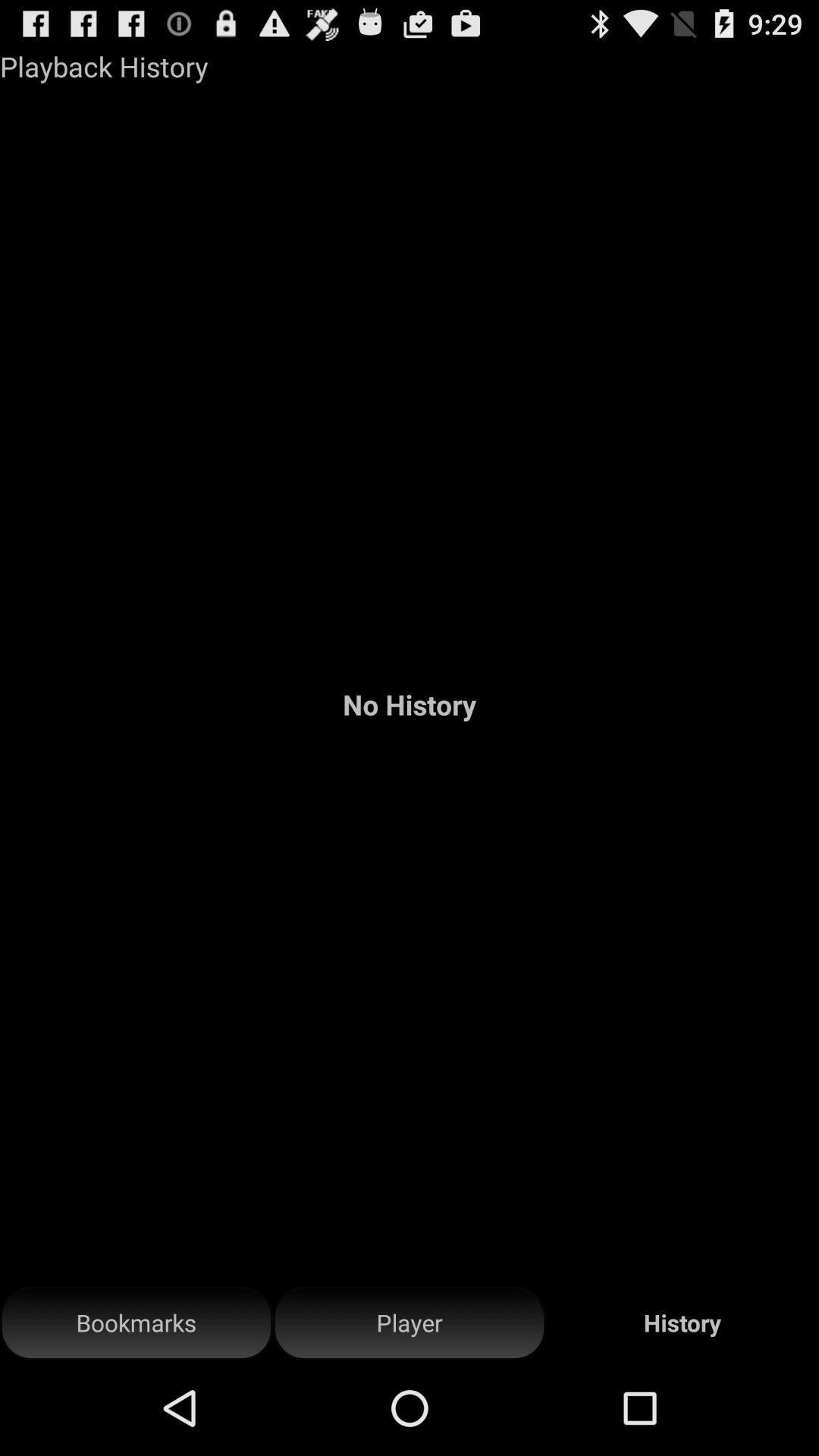  I want to click on the item to the left of history item, so click(409, 1323).